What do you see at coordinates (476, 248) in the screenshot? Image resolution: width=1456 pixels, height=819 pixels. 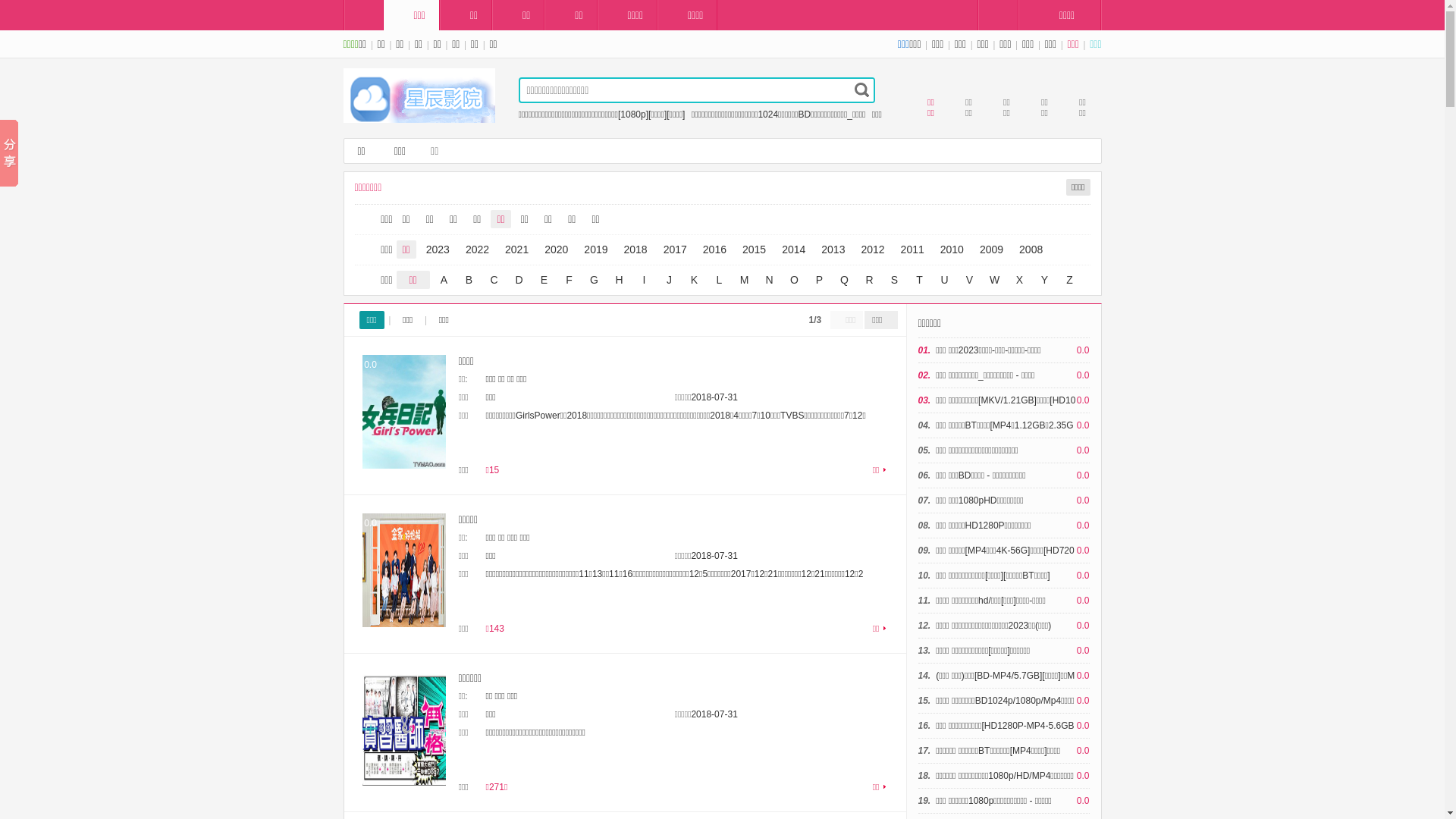 I see `'2022'` at bounding box center [476, 248].